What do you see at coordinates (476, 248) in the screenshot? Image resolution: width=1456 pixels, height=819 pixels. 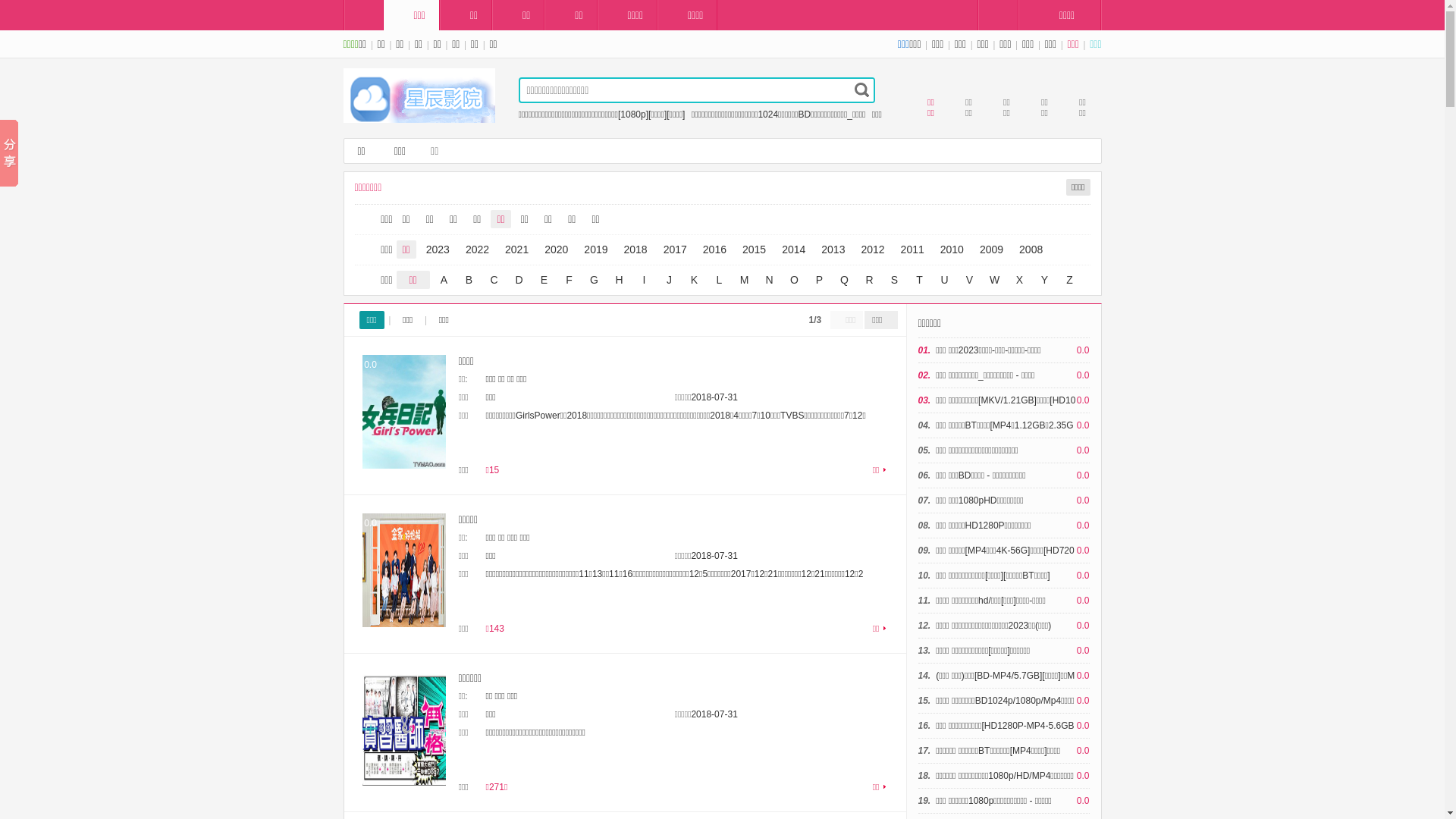 I see `'2022'` at bounding box center [476, 248].